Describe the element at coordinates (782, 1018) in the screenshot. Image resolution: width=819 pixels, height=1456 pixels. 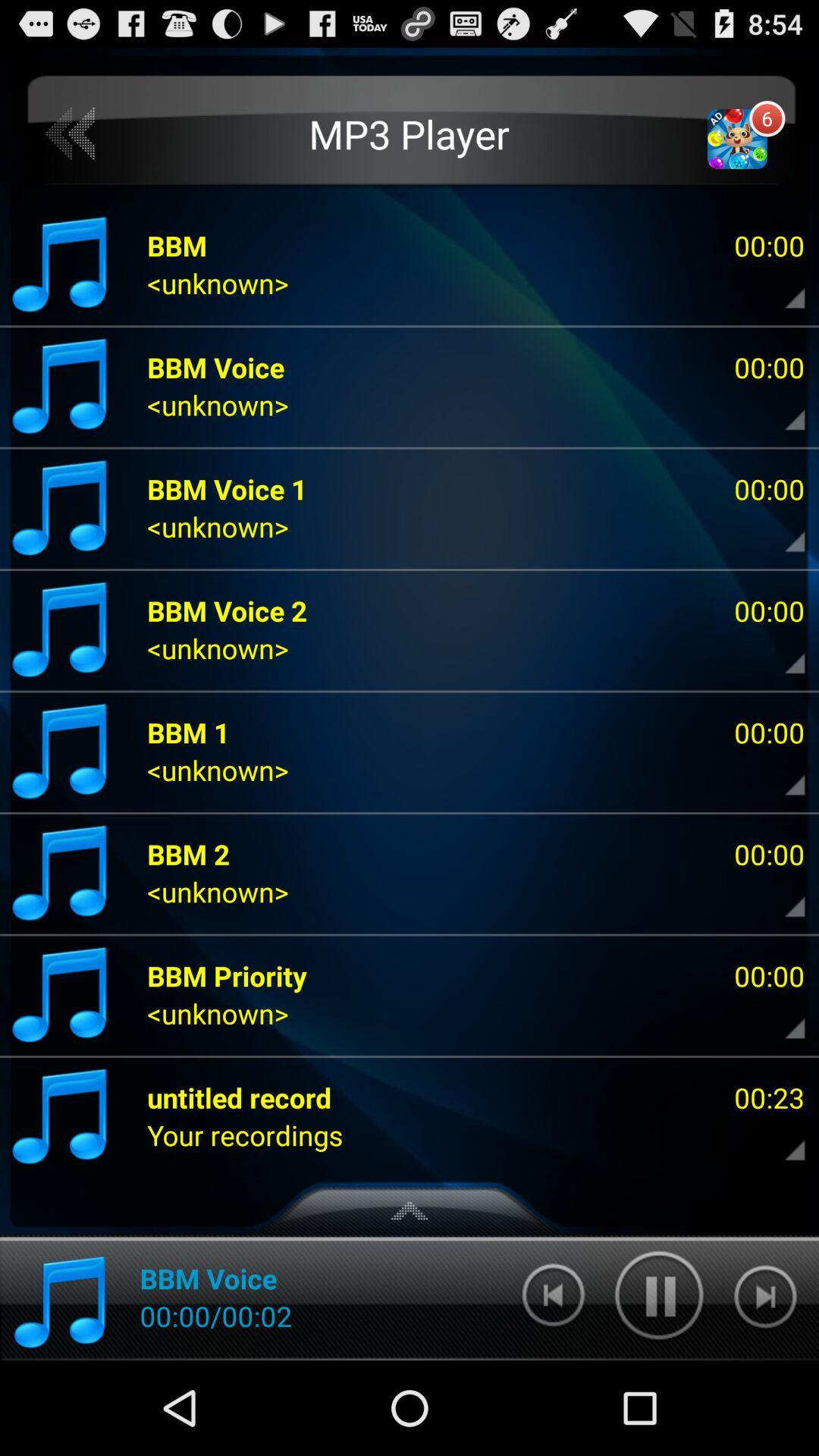
I see `more option` at that location.